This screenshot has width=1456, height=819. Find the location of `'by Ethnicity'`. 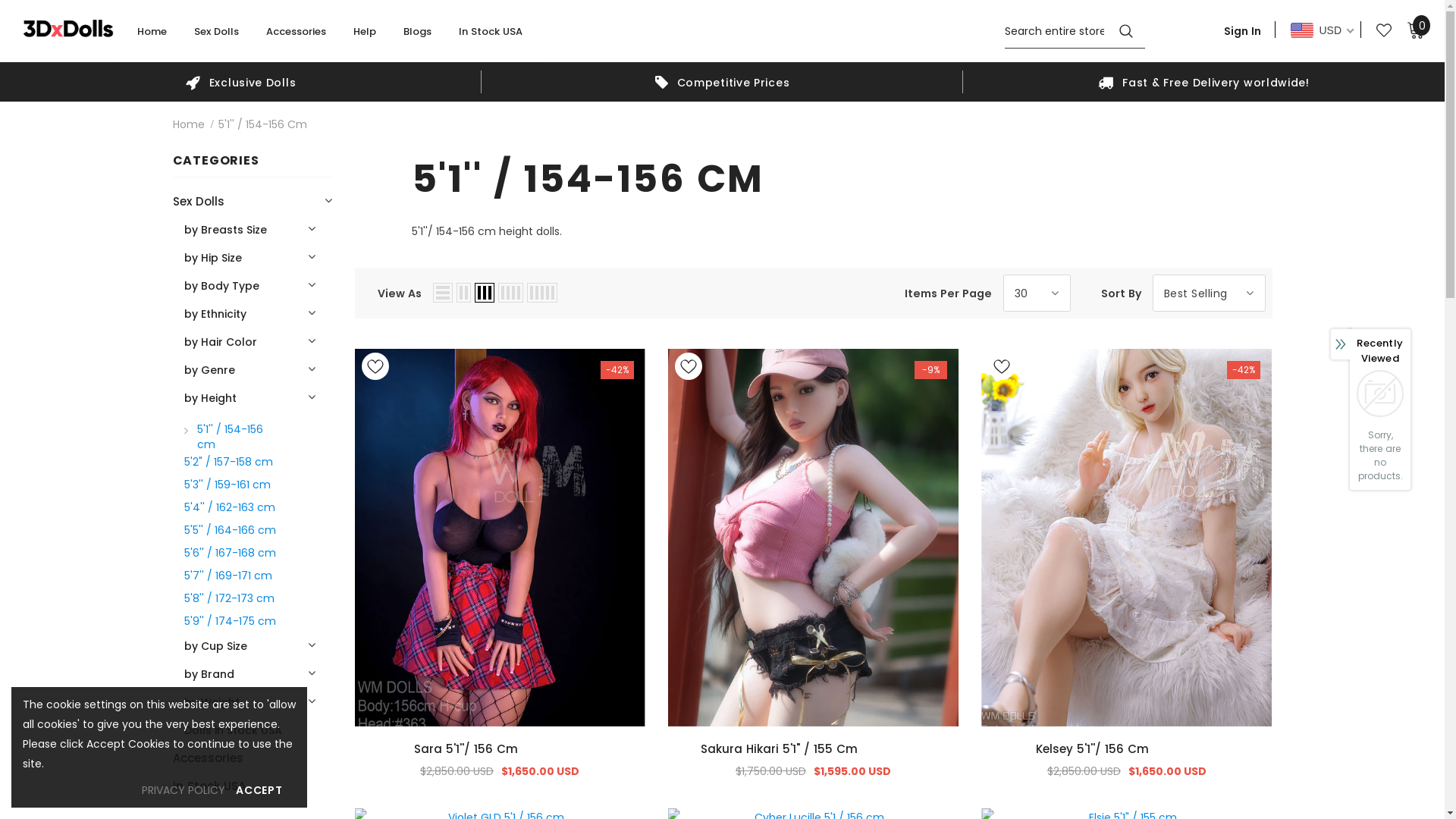

'by Ethnicity' is located at coordinates (214, 312).